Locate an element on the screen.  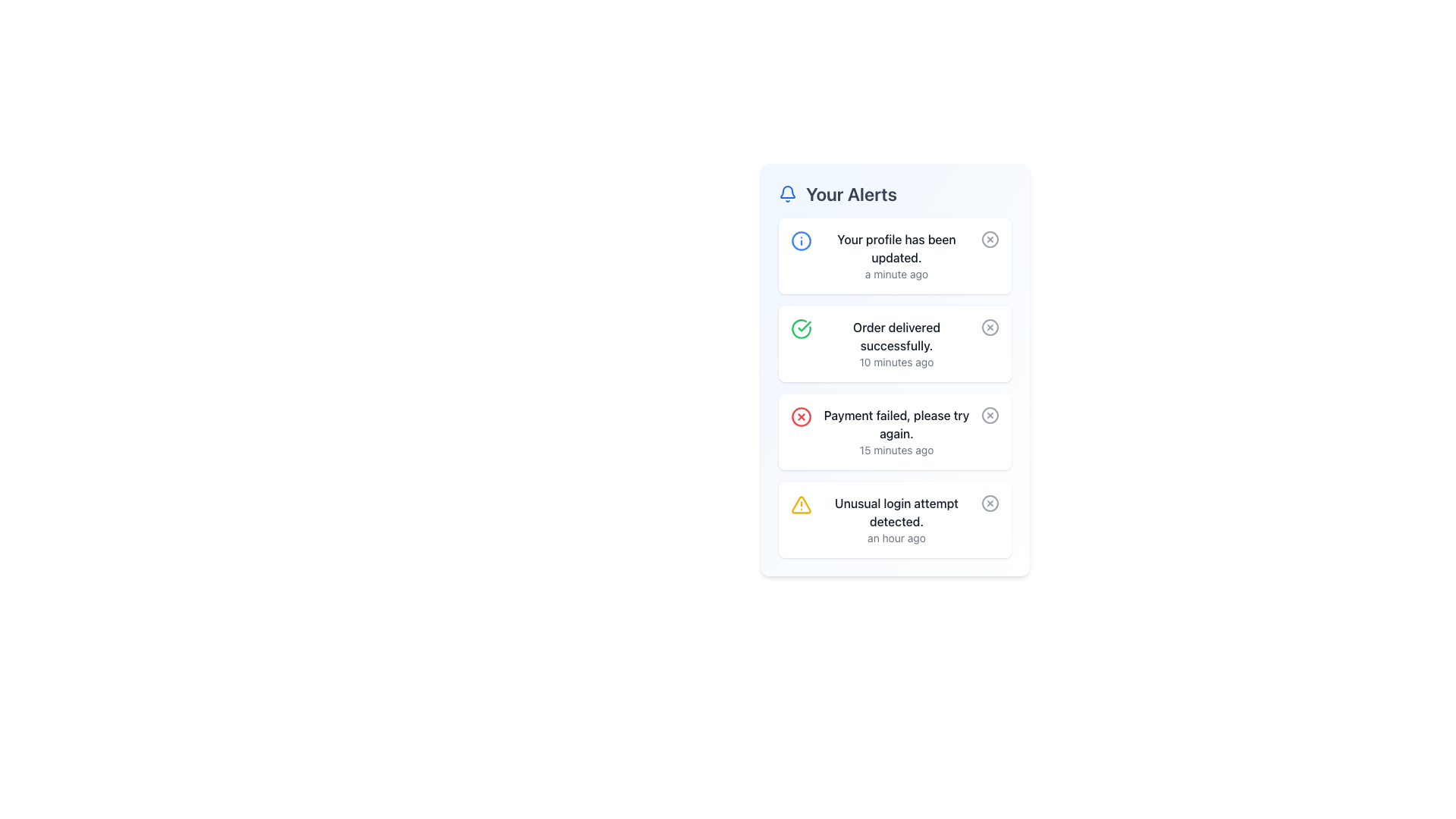
the alert icon in the fourth alert of the notification panel, which signals a warning about an unusual login attempt detected is located at coordinates (800, 505).